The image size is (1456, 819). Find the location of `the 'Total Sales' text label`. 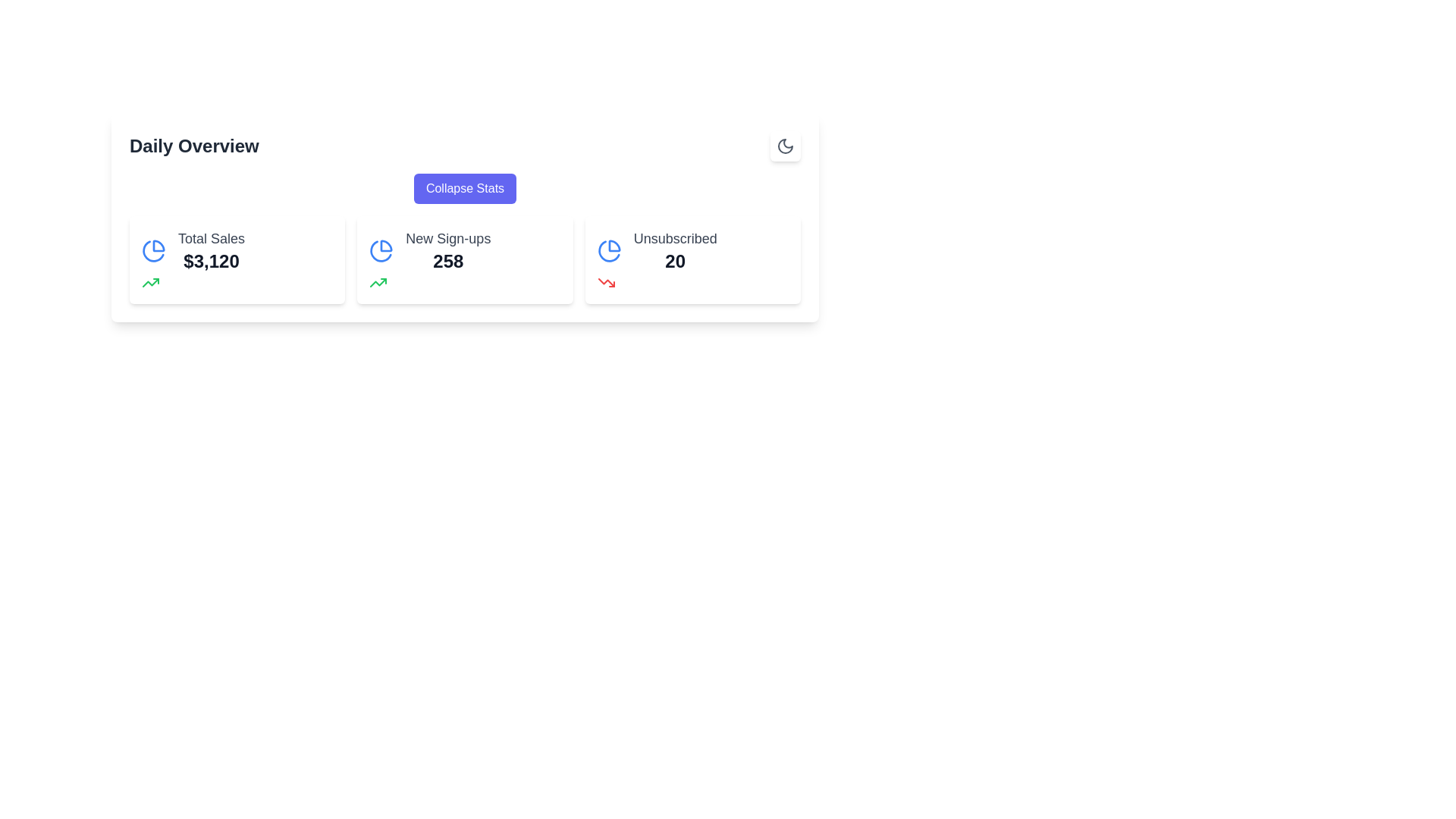

the 'Total Sales' text label is located at coordinates (210, 239).